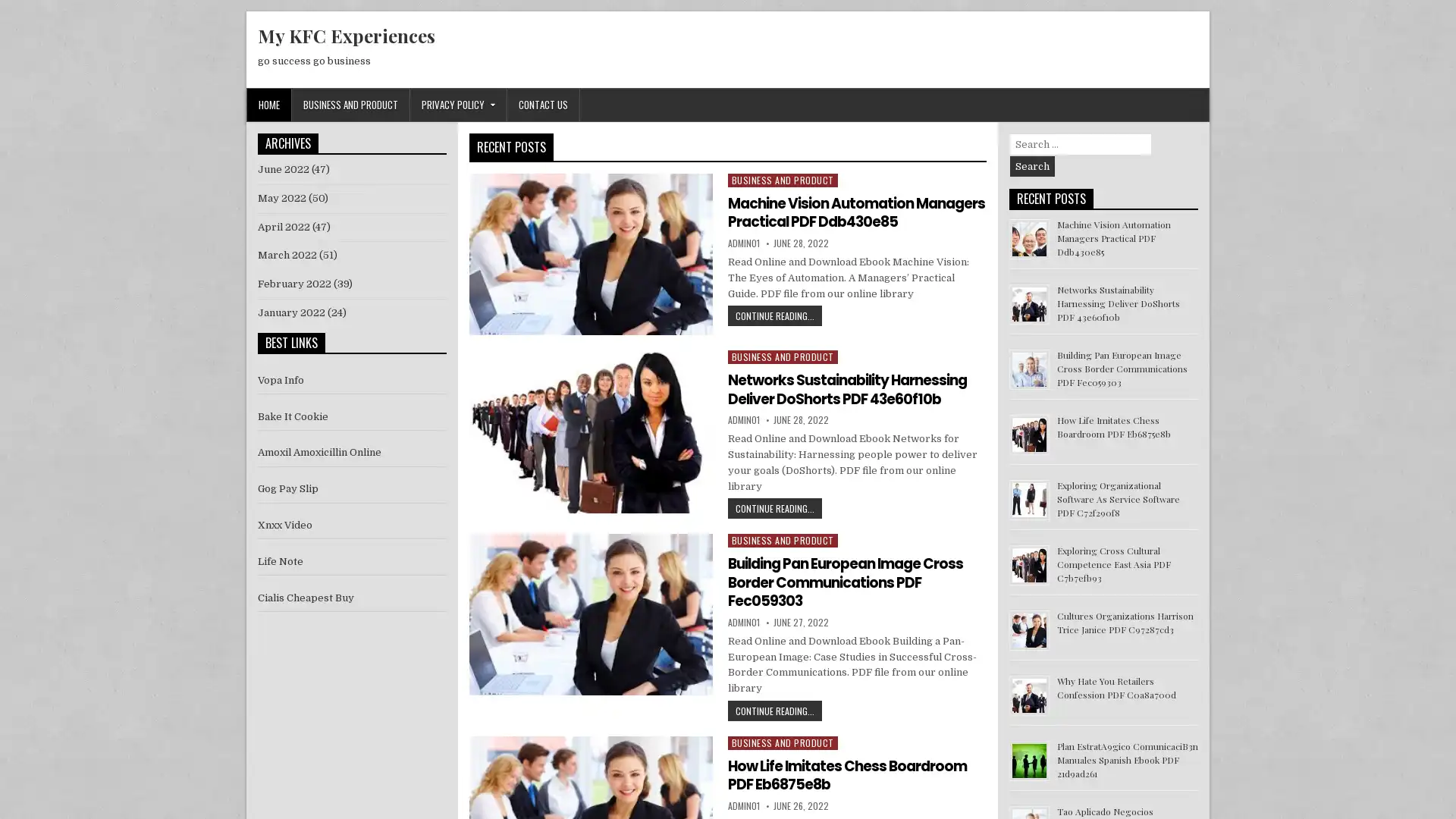 The width and height of the screenshot is (1456, 819). I want to click on Search, so click(1031, 166).